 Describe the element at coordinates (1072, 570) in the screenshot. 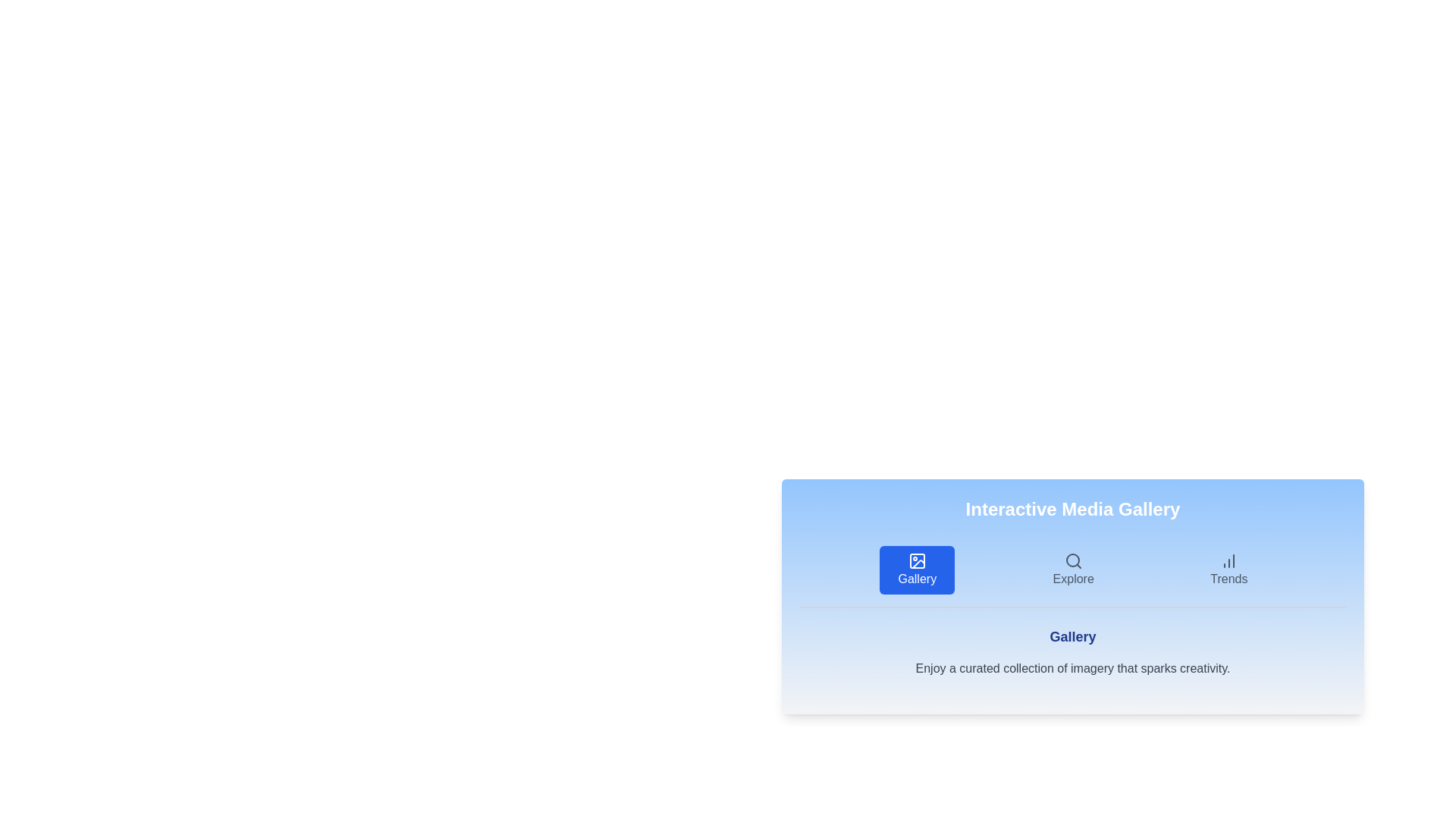

I see `the tab labeled Explore to observe visual changes` at that location.